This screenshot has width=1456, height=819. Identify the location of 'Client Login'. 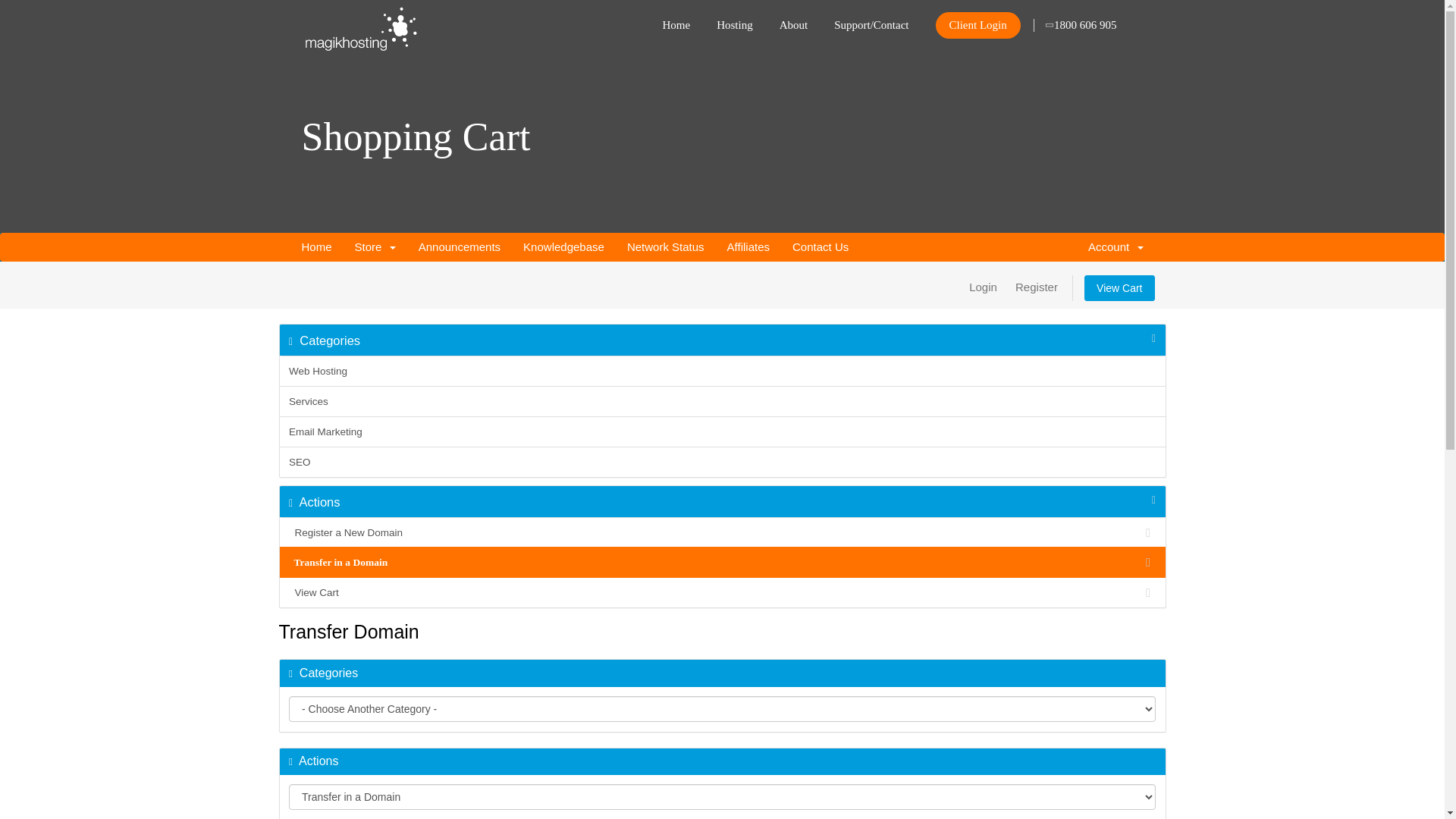
(978, 25).